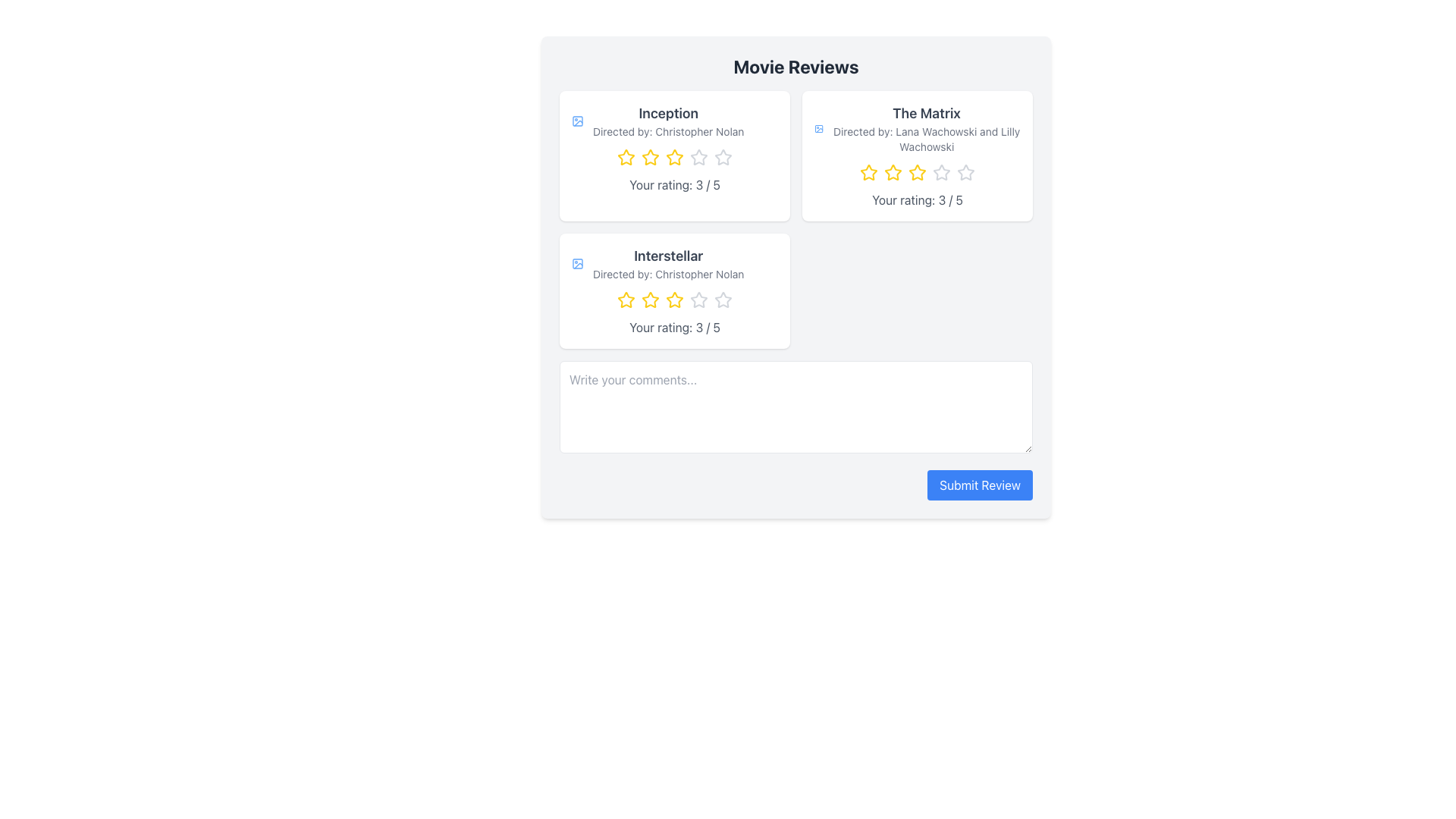 The width and height of the screenshot is (1456, 819). Describe the element at coordinates (926, 127) in the screenshot. I see `the text block displaying the title 'The Matrix' and subtitle 'Directed by: Lana Wachowski and Lilly Wachowski' in the second card of the 'Movie Reviews' section` at that location.